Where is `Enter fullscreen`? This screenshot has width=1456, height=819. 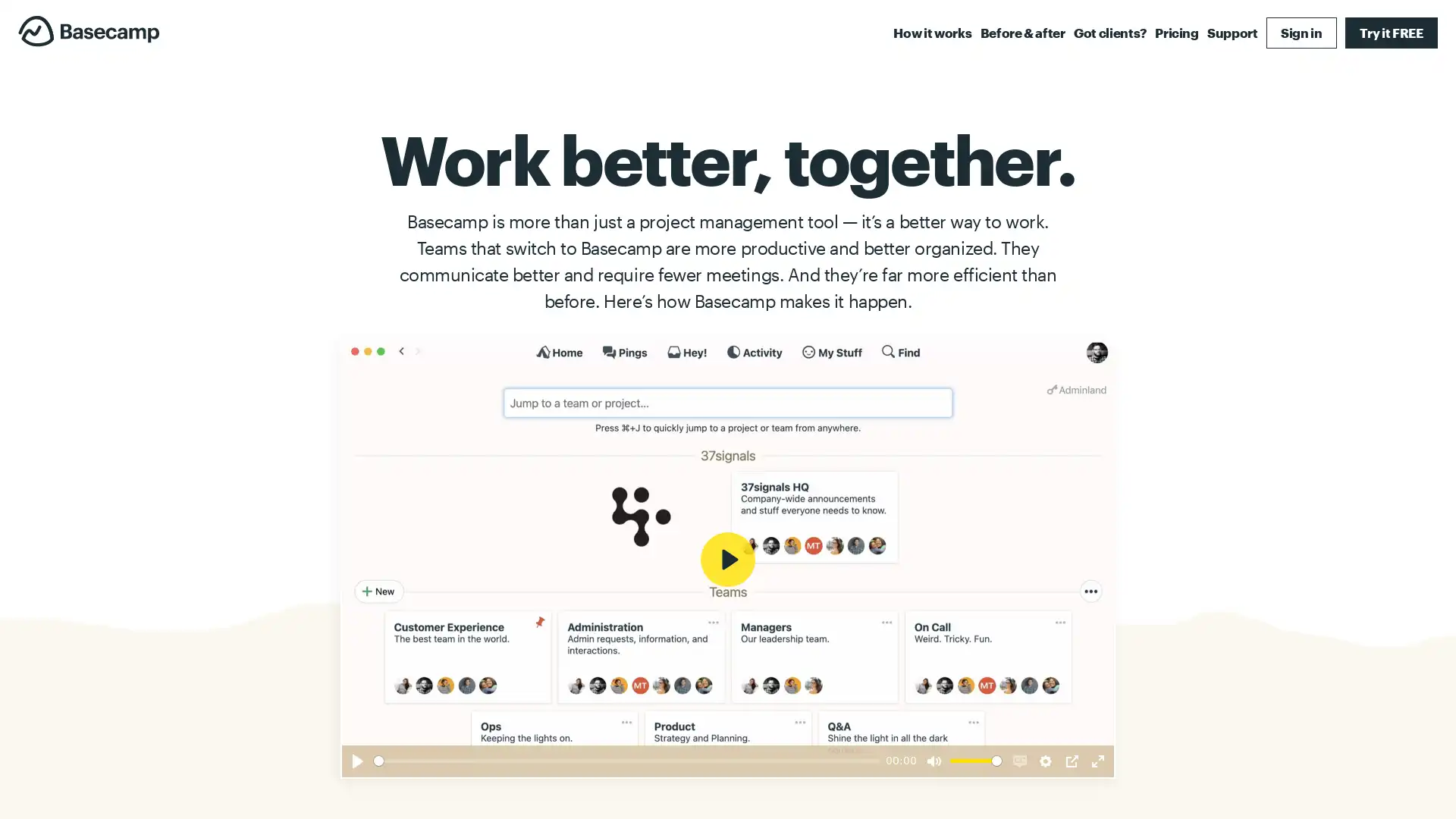 Enter fullscreen is located at coordinates (1098, 760).